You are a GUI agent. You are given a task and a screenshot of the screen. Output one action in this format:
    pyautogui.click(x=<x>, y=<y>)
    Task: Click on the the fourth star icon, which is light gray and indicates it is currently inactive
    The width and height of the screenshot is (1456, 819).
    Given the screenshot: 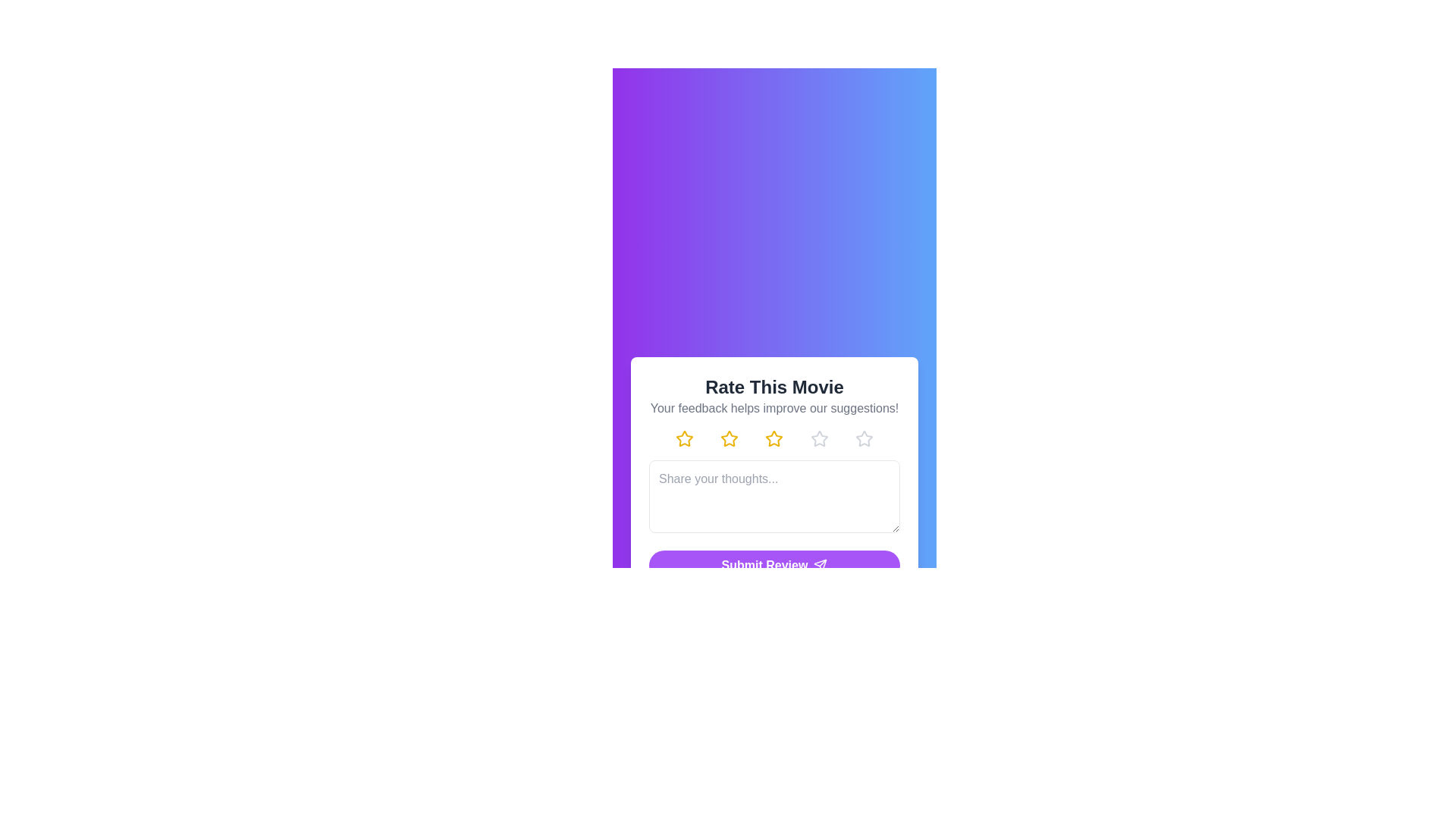 What is the action you would take?
    pyautogui.click(x=818, y=438)
    